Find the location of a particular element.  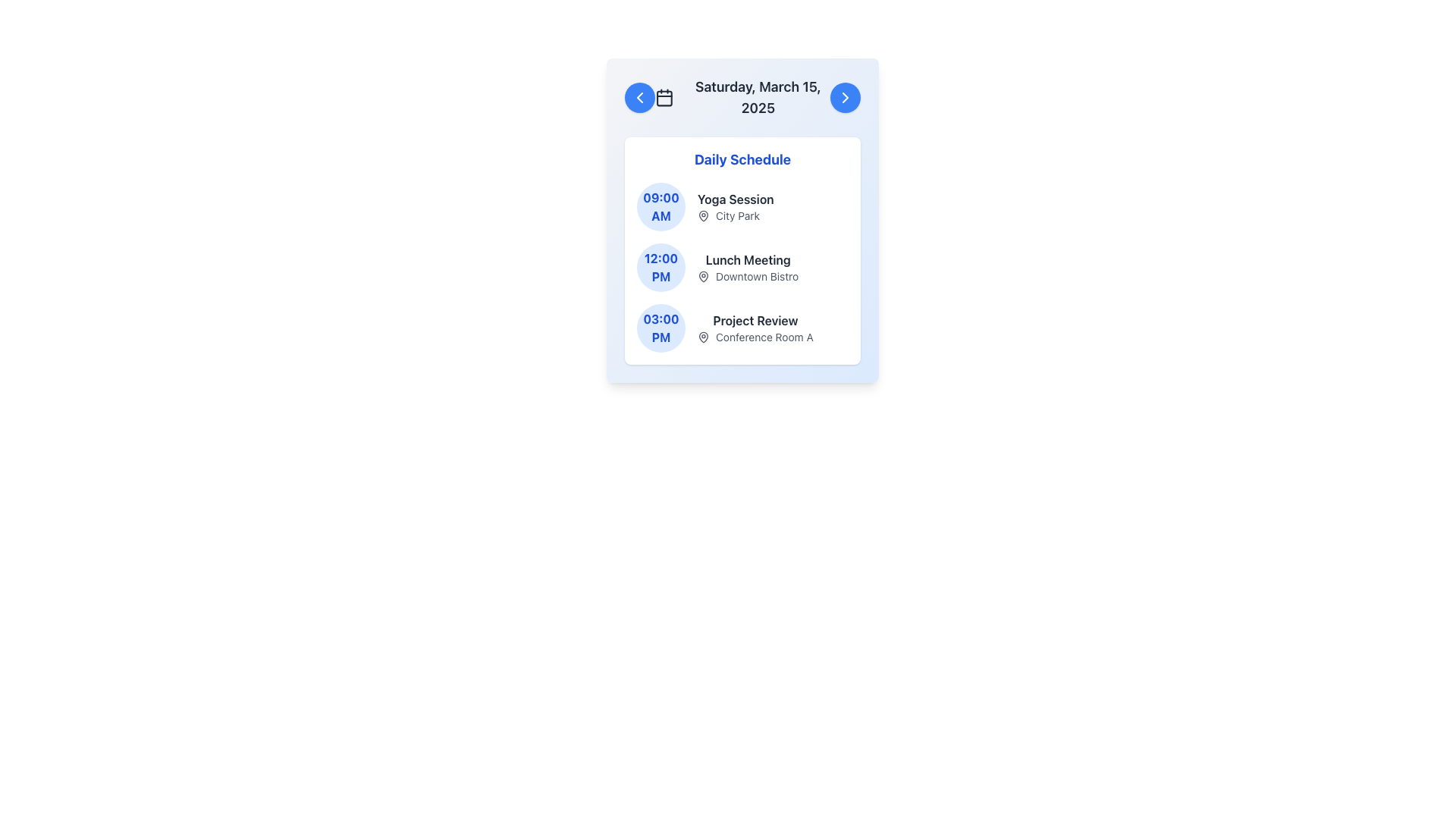

the Map Pin icon located to the left of the 'City Park' label, which indicates the venue for the '09:00 AM Yoga Session' is located at coordinates (702, 216).